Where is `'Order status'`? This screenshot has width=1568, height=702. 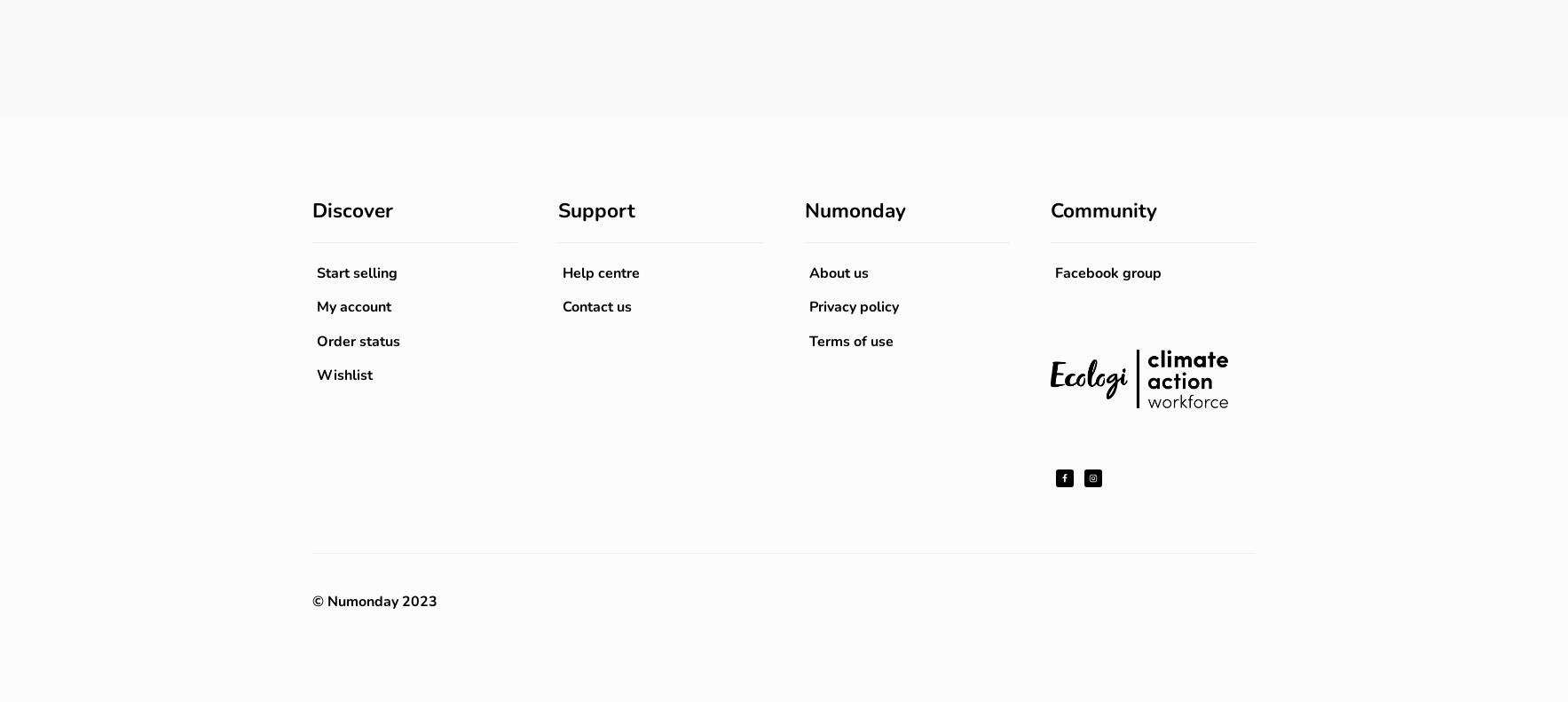 'Order status' is located at coordinates (358, 340).